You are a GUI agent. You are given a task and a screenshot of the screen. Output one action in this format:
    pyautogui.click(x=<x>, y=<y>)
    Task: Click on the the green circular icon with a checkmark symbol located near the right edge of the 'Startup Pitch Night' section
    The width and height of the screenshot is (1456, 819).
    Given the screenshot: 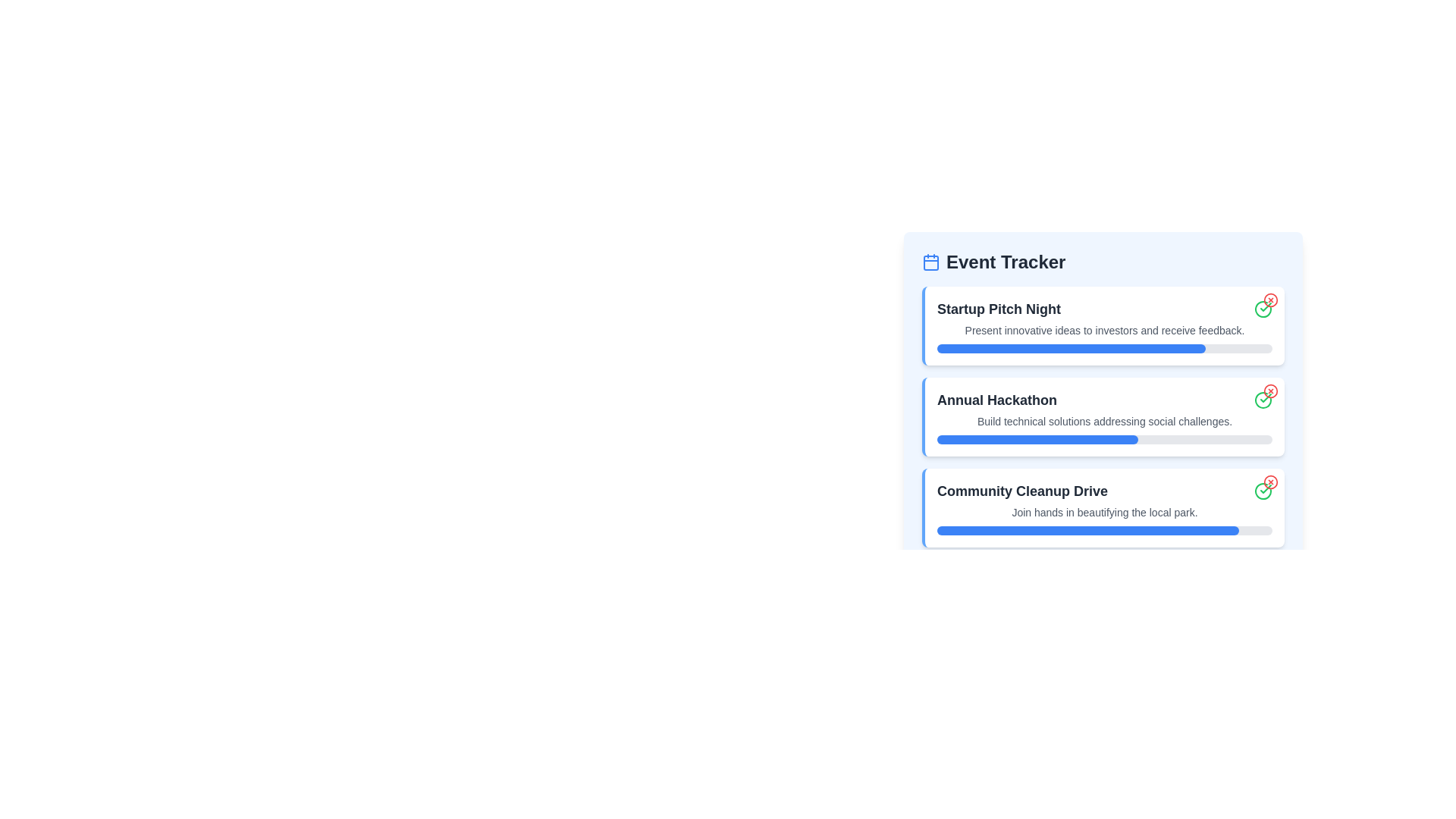 What is the action you would take?
    pyautogui.click(x=1263, y=309)
    